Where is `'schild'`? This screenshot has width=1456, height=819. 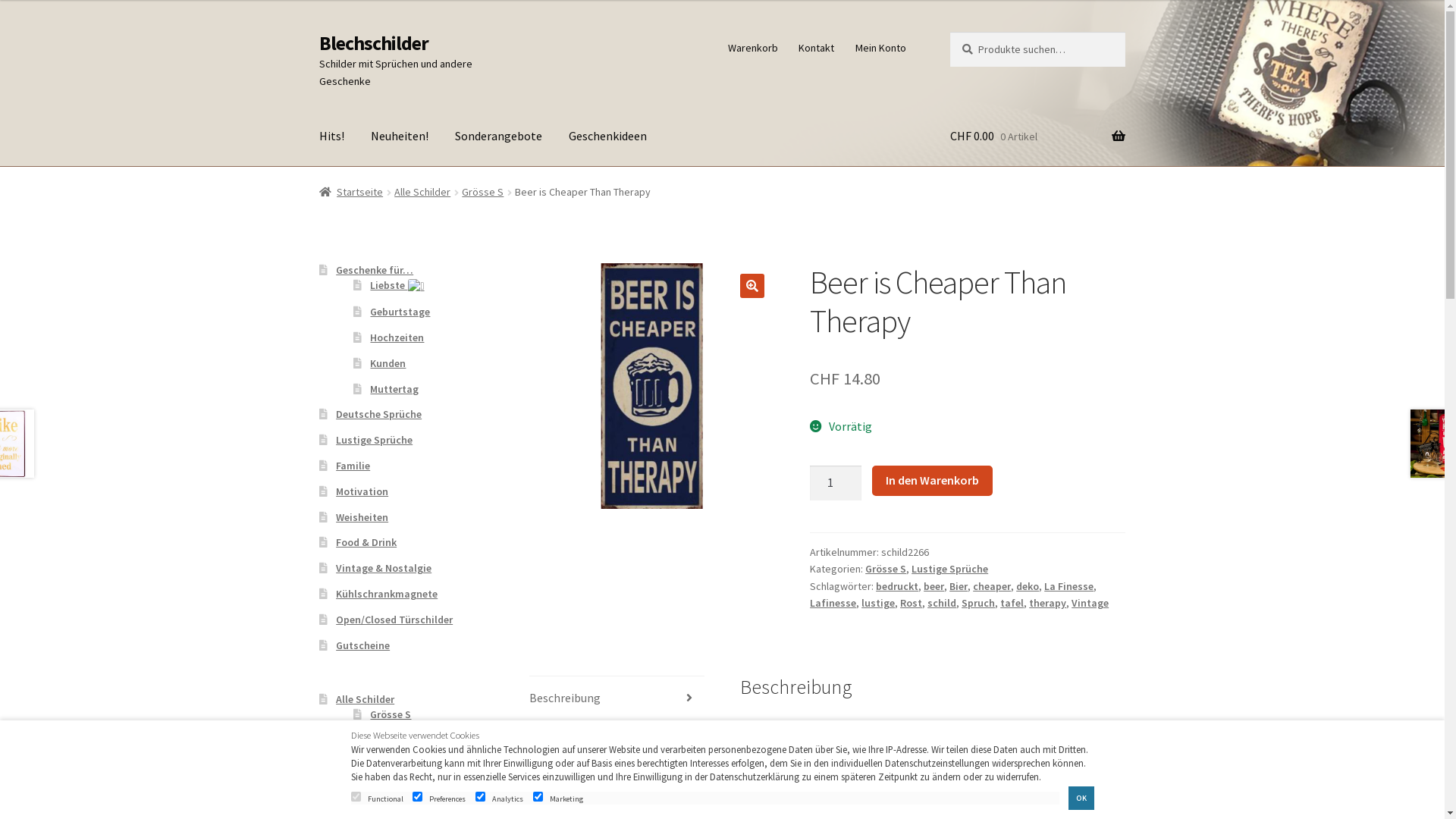
'schild' is located at coordinates (941, 601).